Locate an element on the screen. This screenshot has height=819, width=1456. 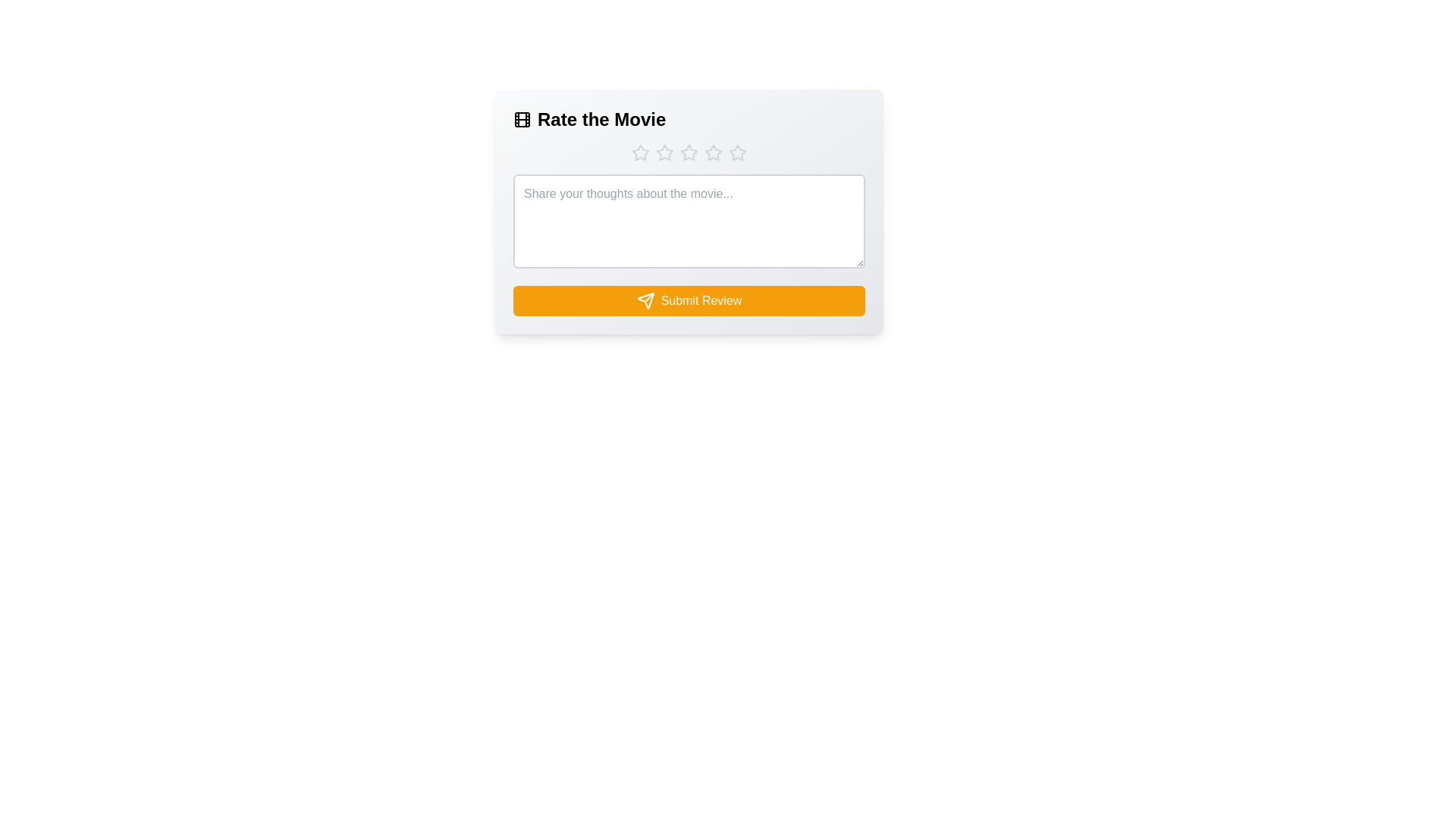
the movie rating to 1 stars by clicking on the corresponding star is located at coordinates (640, 152).